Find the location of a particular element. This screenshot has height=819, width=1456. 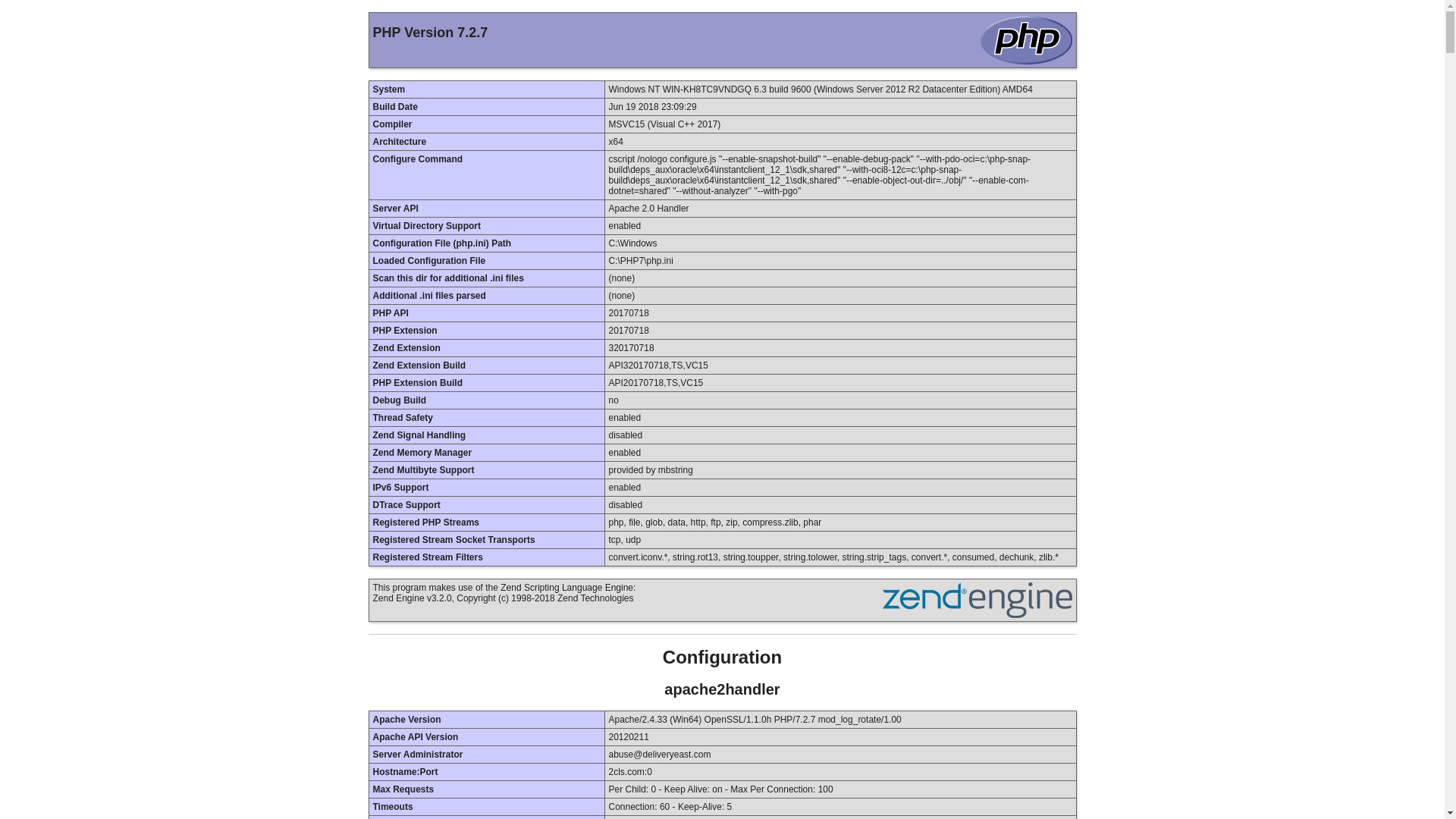

'apache2handler' is located at coordinates (720, 689).